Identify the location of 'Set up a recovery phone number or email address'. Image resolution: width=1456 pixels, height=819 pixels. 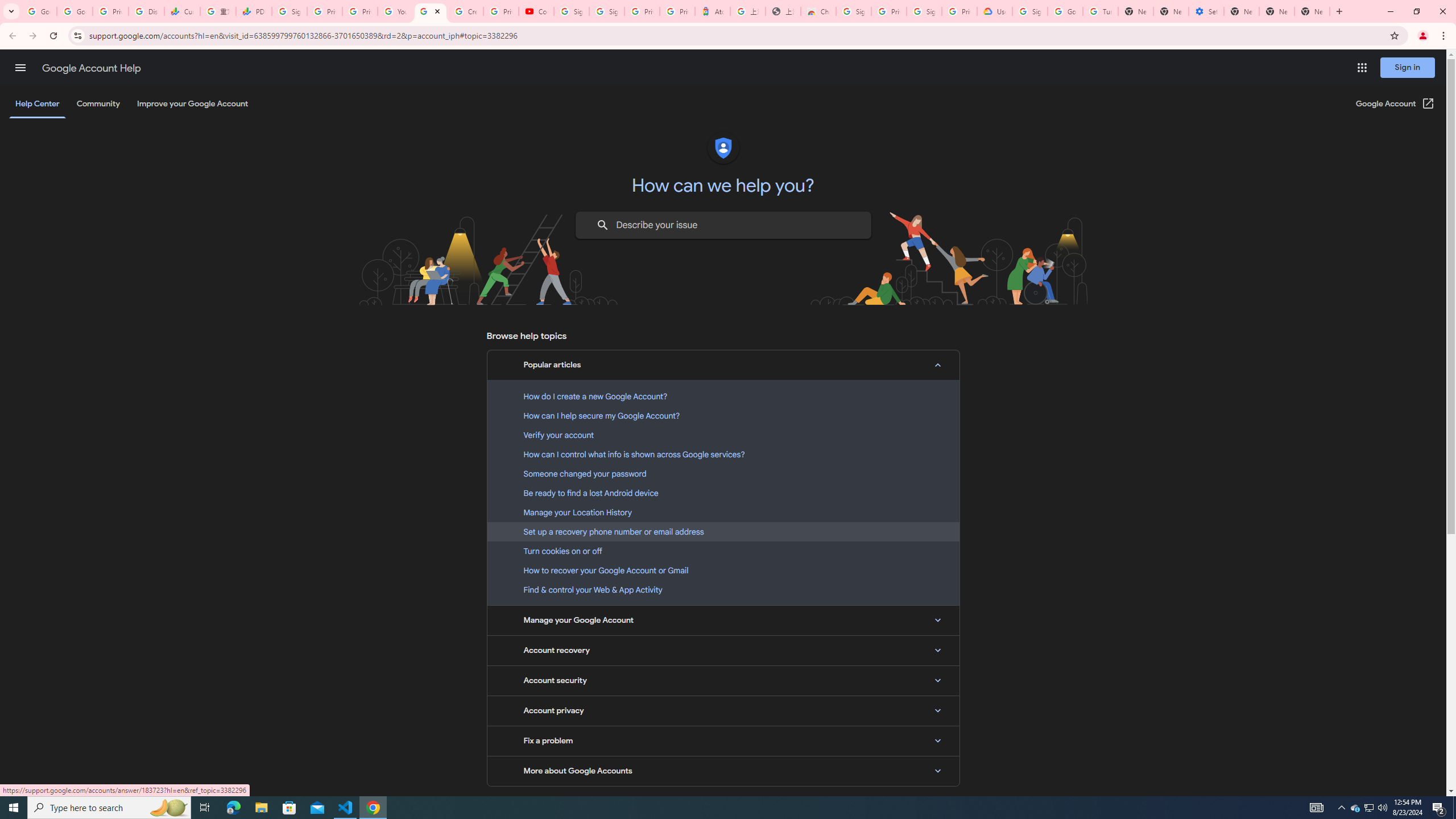
(723, 531).